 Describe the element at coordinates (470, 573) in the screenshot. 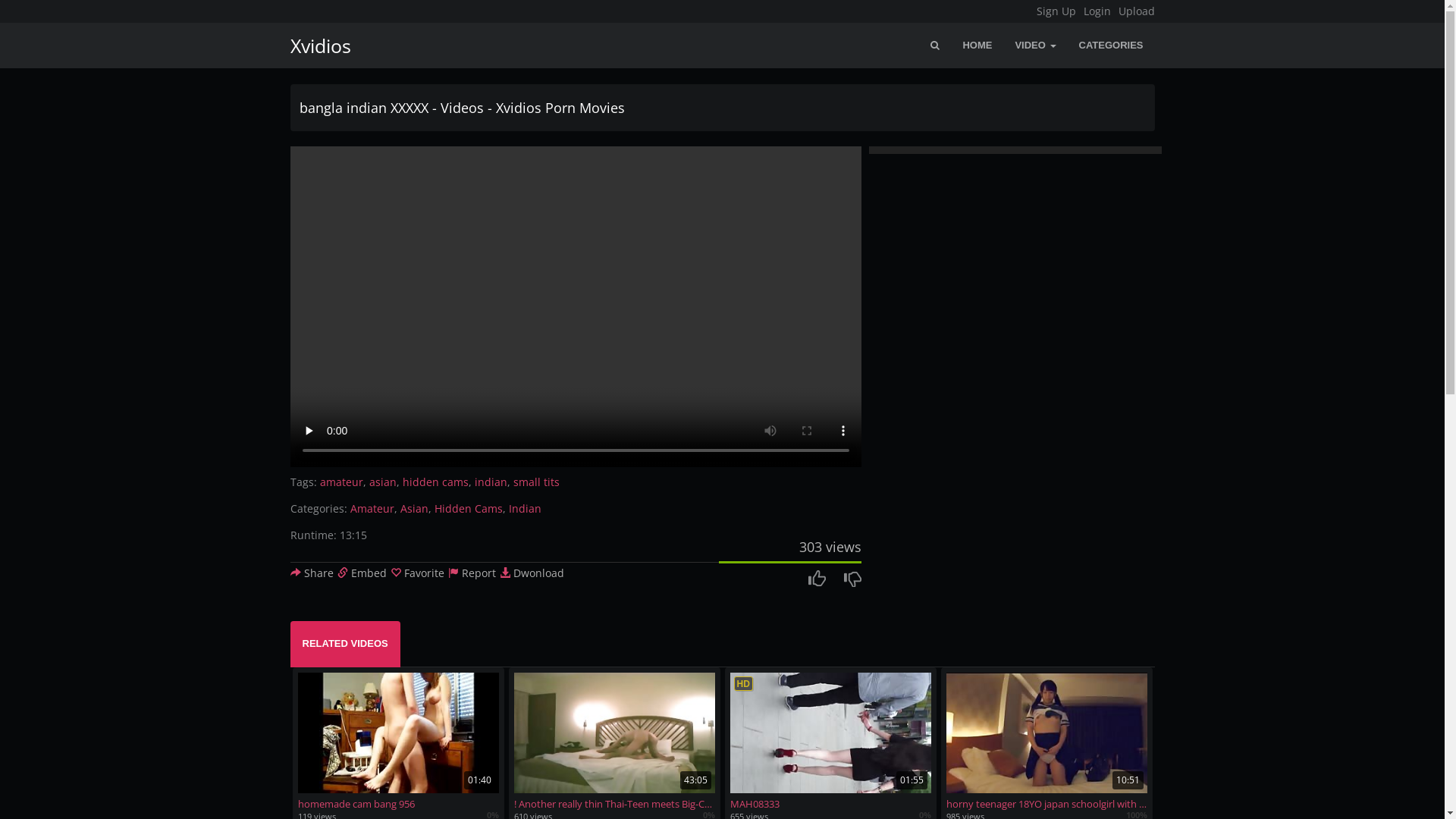

I see `'Report'` at that location.